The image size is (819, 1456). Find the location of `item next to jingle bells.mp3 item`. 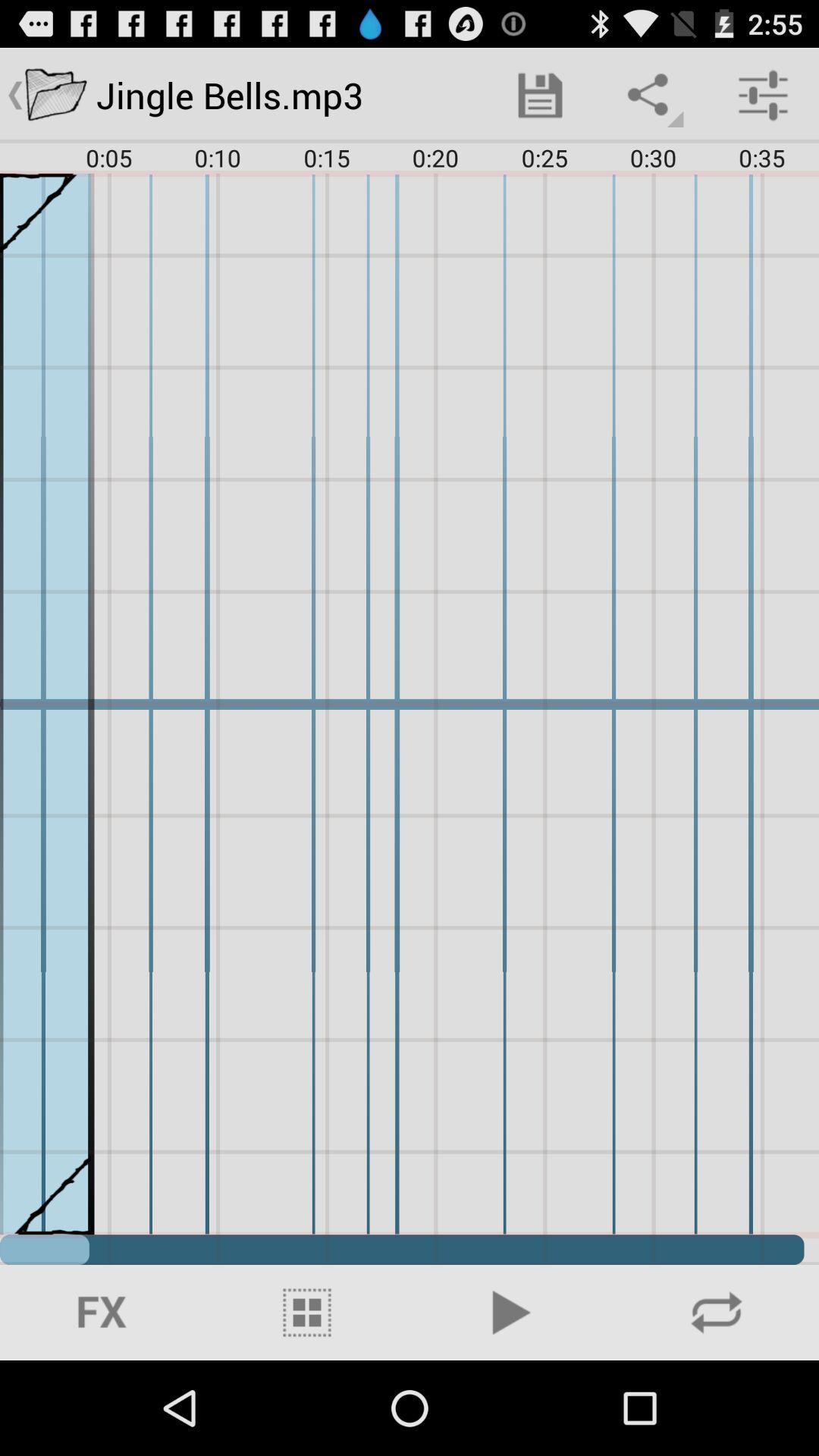

item next to jingle bells.mp3 item is located at coordinates (539, 94).